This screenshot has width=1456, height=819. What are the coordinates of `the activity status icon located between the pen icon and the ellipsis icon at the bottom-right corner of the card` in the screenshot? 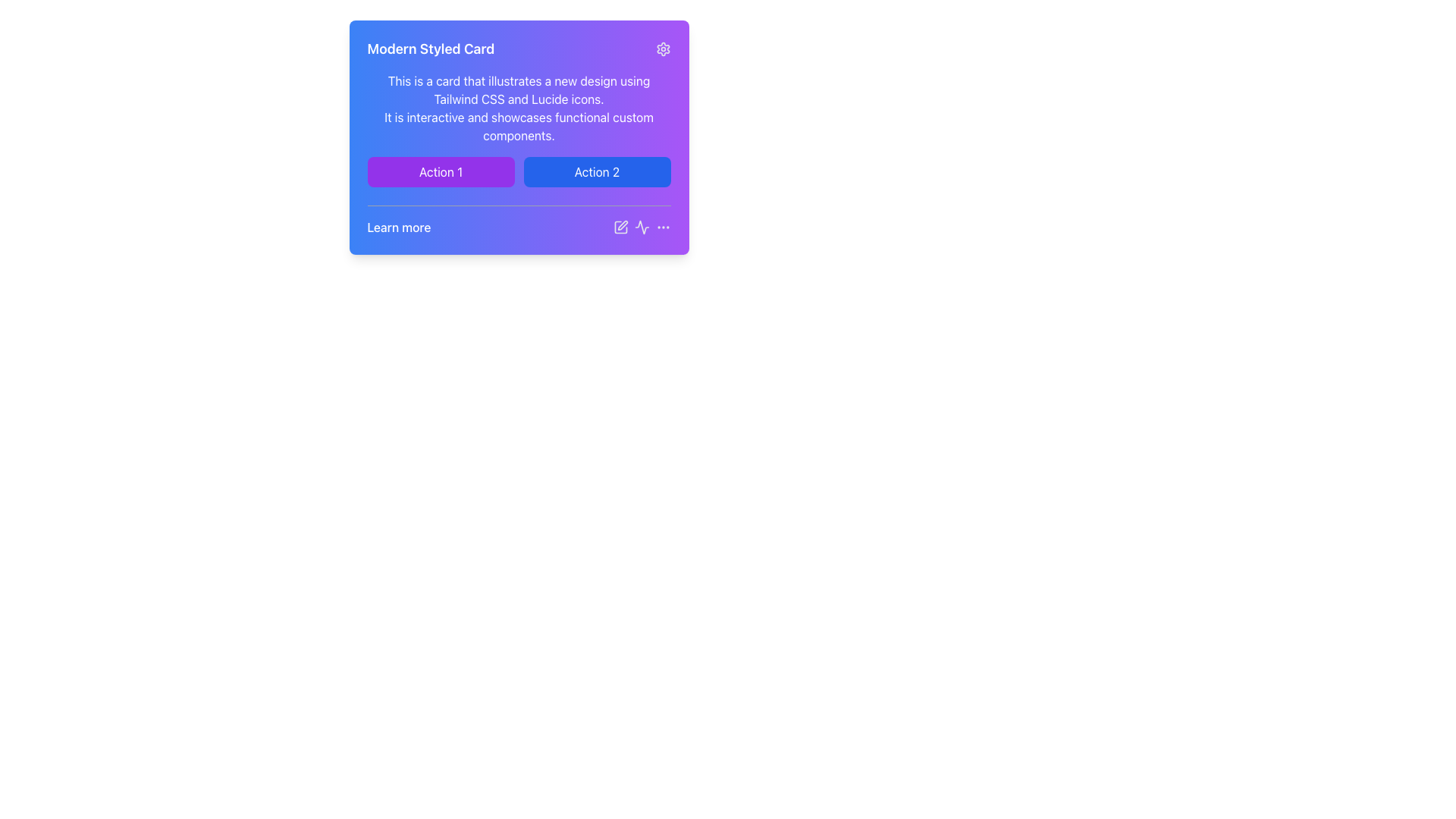 It's located at (642, 227).